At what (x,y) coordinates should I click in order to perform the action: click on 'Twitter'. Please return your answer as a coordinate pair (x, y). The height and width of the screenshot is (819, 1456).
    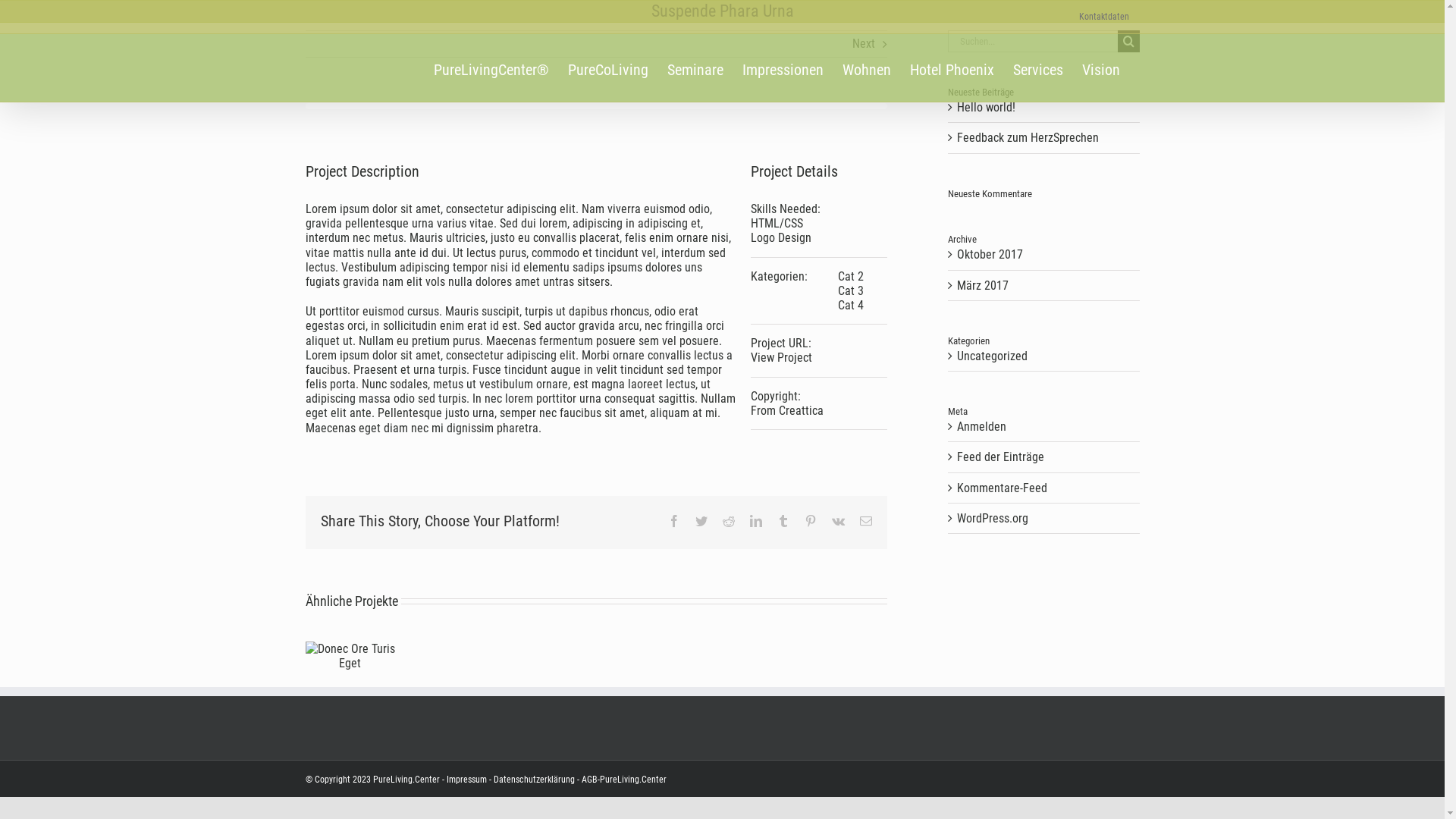
    Looking at the image, I should click on (700, 519).